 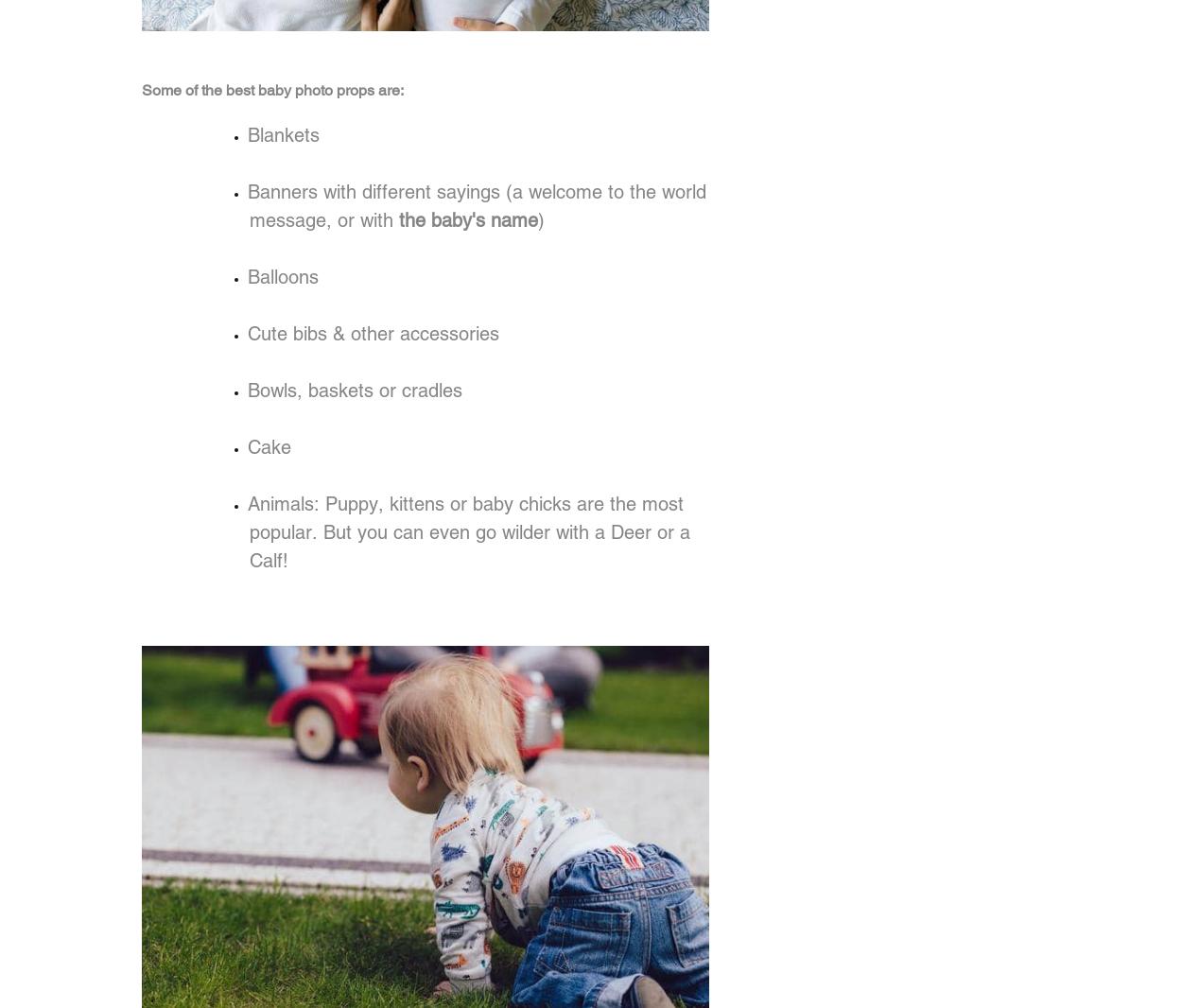 I want to click on 'Balloons', so click(x=283, y=277).